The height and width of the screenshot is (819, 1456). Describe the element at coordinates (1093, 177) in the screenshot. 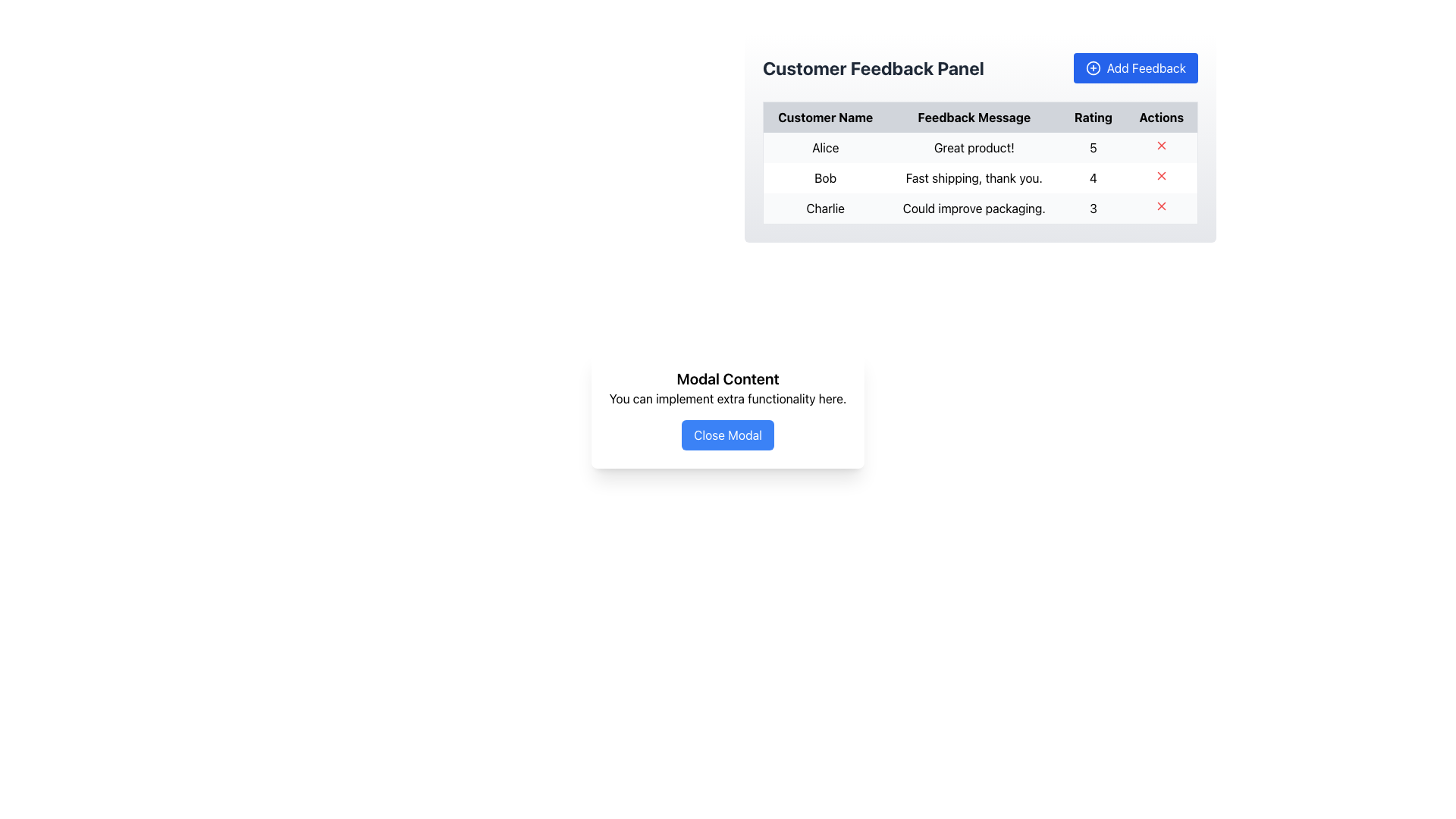

I see `the table cell displaying the rating value for 'Bob's feedback entry in the 'Customer Feedback Panel' table` at that location.